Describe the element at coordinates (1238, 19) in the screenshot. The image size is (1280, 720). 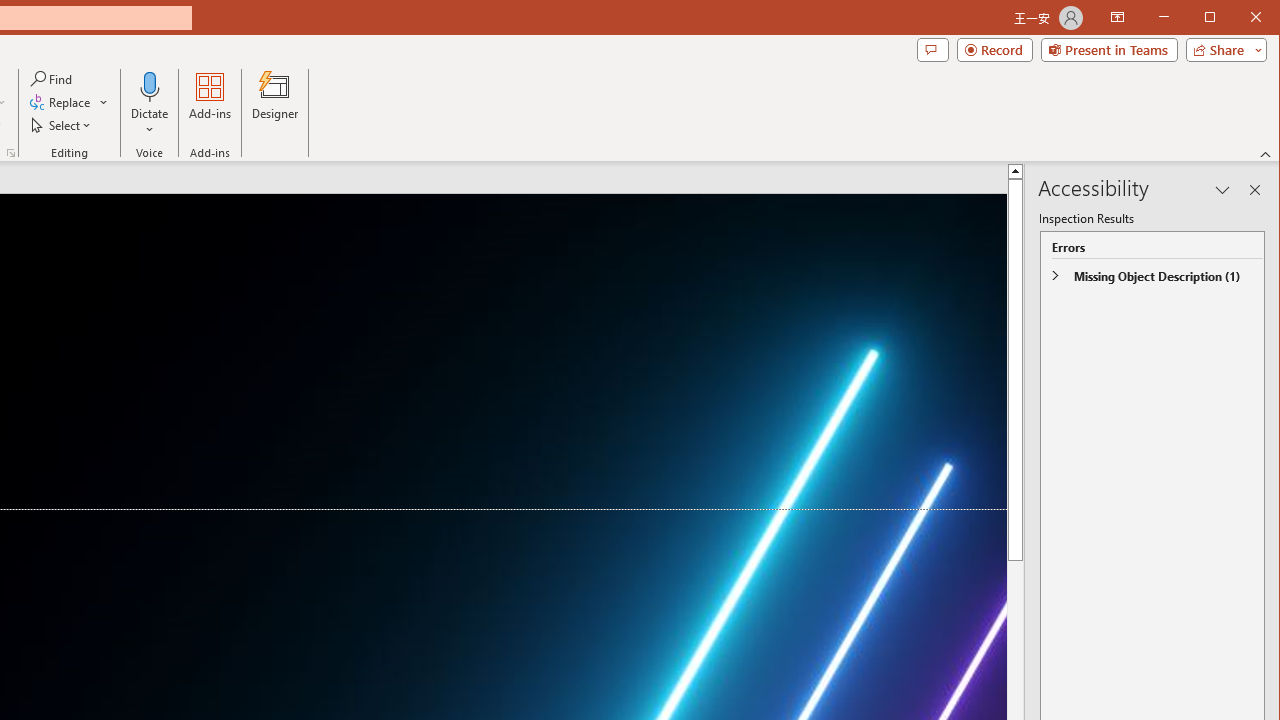
I see `'Maximize'` at that location.